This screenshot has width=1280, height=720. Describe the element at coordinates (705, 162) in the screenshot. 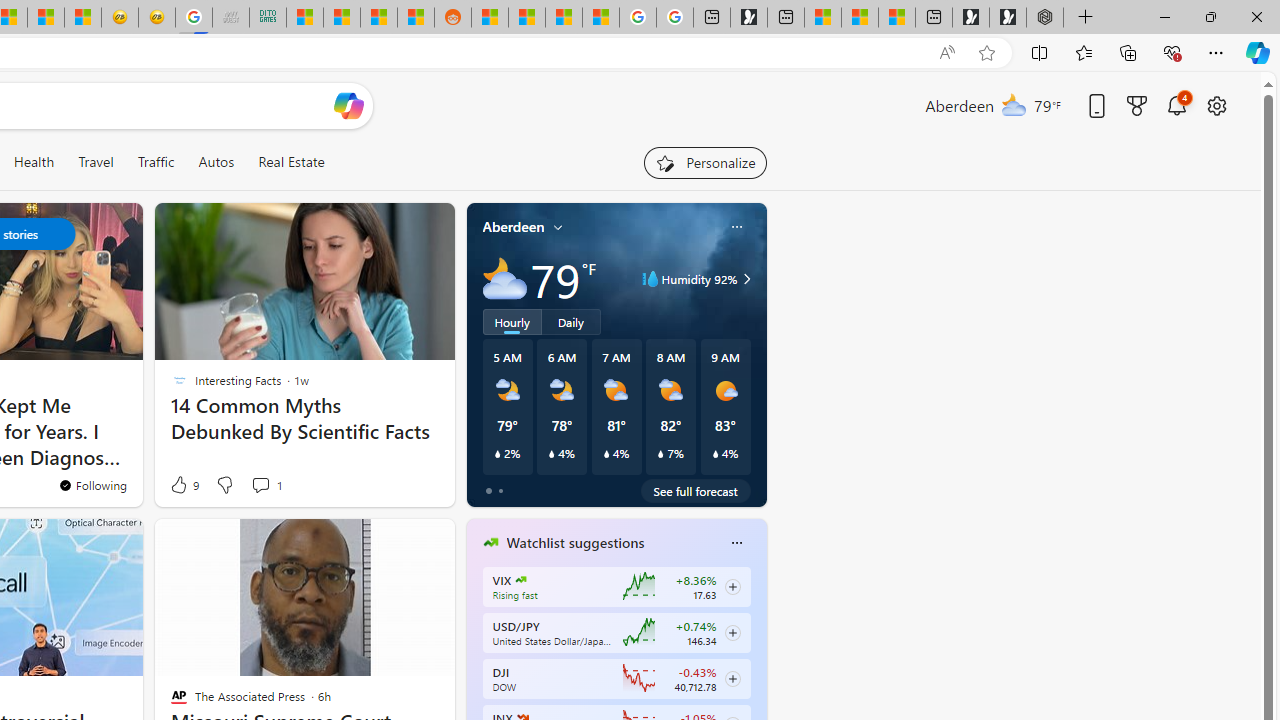

I see `'Personalize your feed"'` at that location.